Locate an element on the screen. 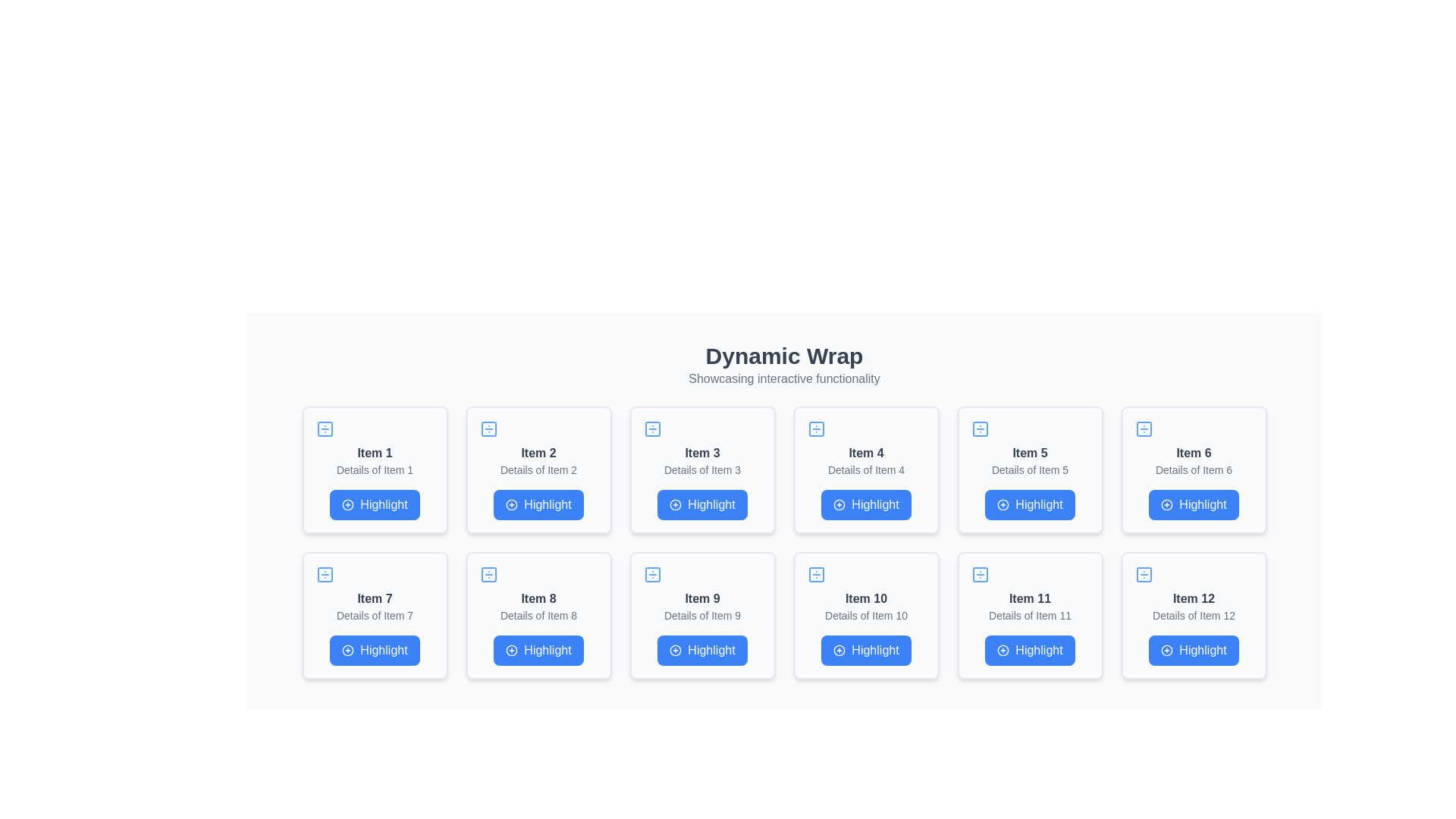 The width and height of the screenshot is (1456, 819). the button that triggers the highlighting action for 'Item 2', located below the 'Details of Item 2' text in the second card of the first row is located at coordinates (538, 505).